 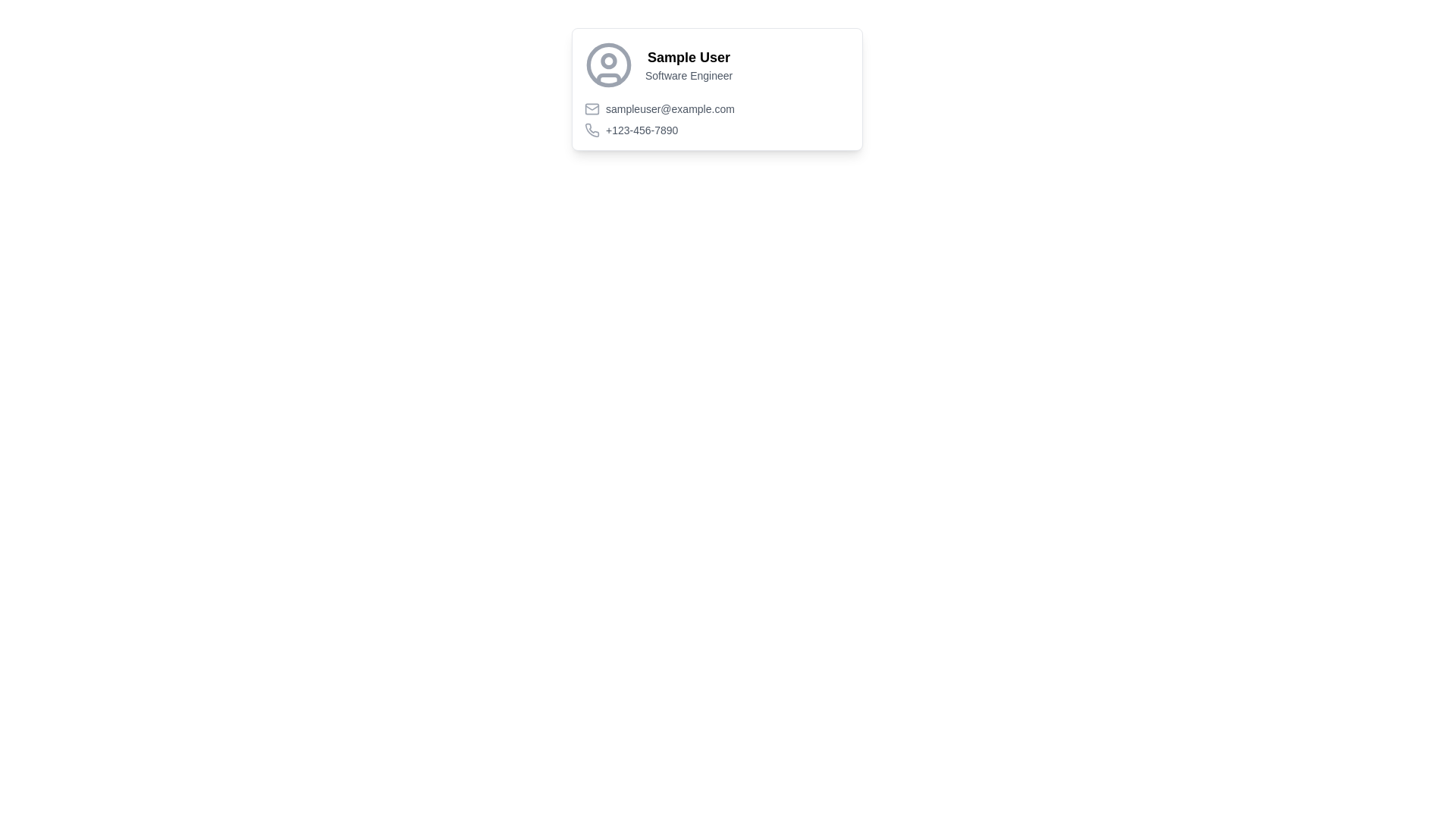 I want to click on the outermost circular shape of the user profile icon located in the top-left corner of the user card for 'Sample User', so click(x=608, y=64).